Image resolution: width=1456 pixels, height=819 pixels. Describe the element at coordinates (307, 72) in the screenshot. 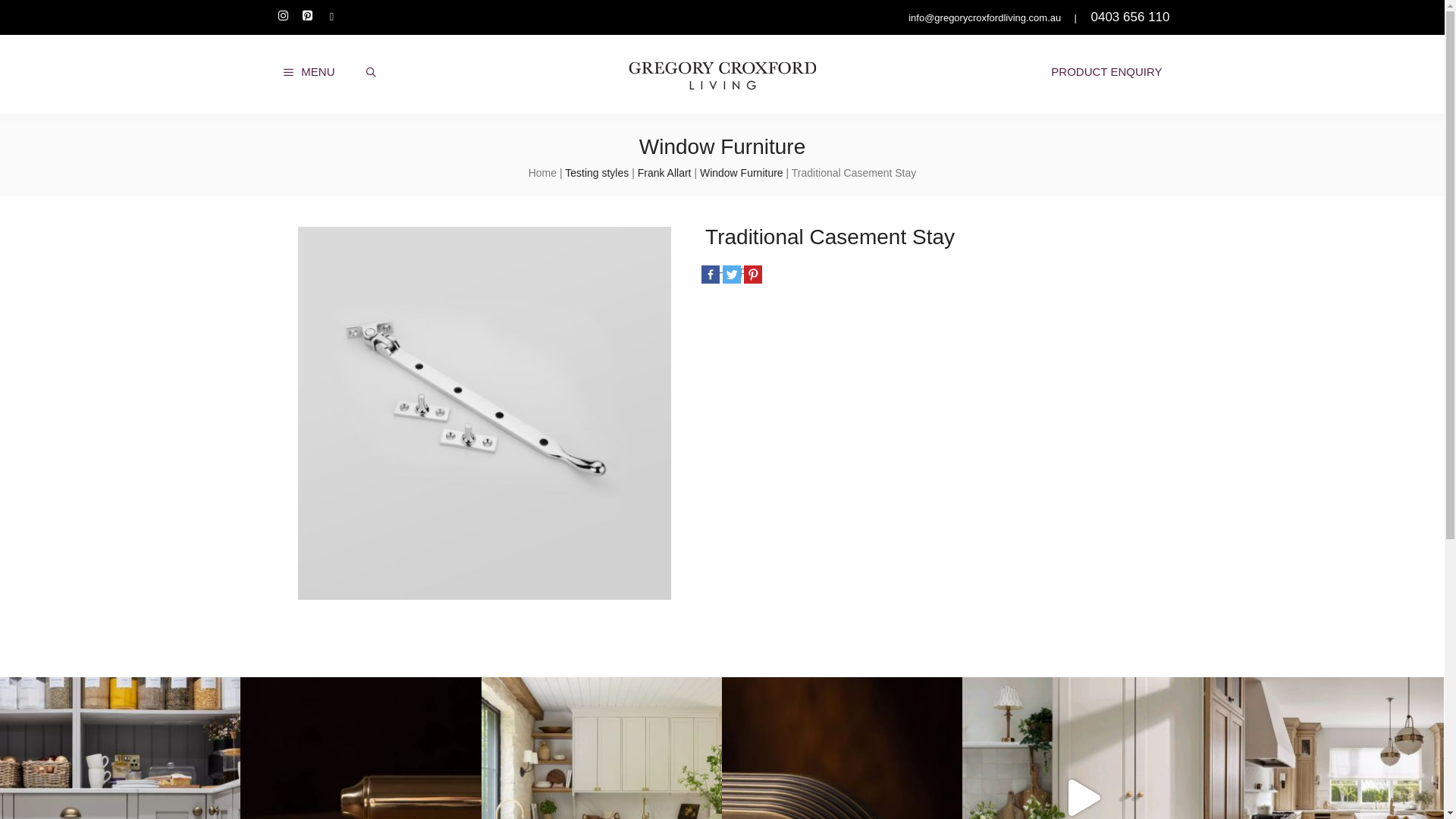

I see `'MENU'` at that location.